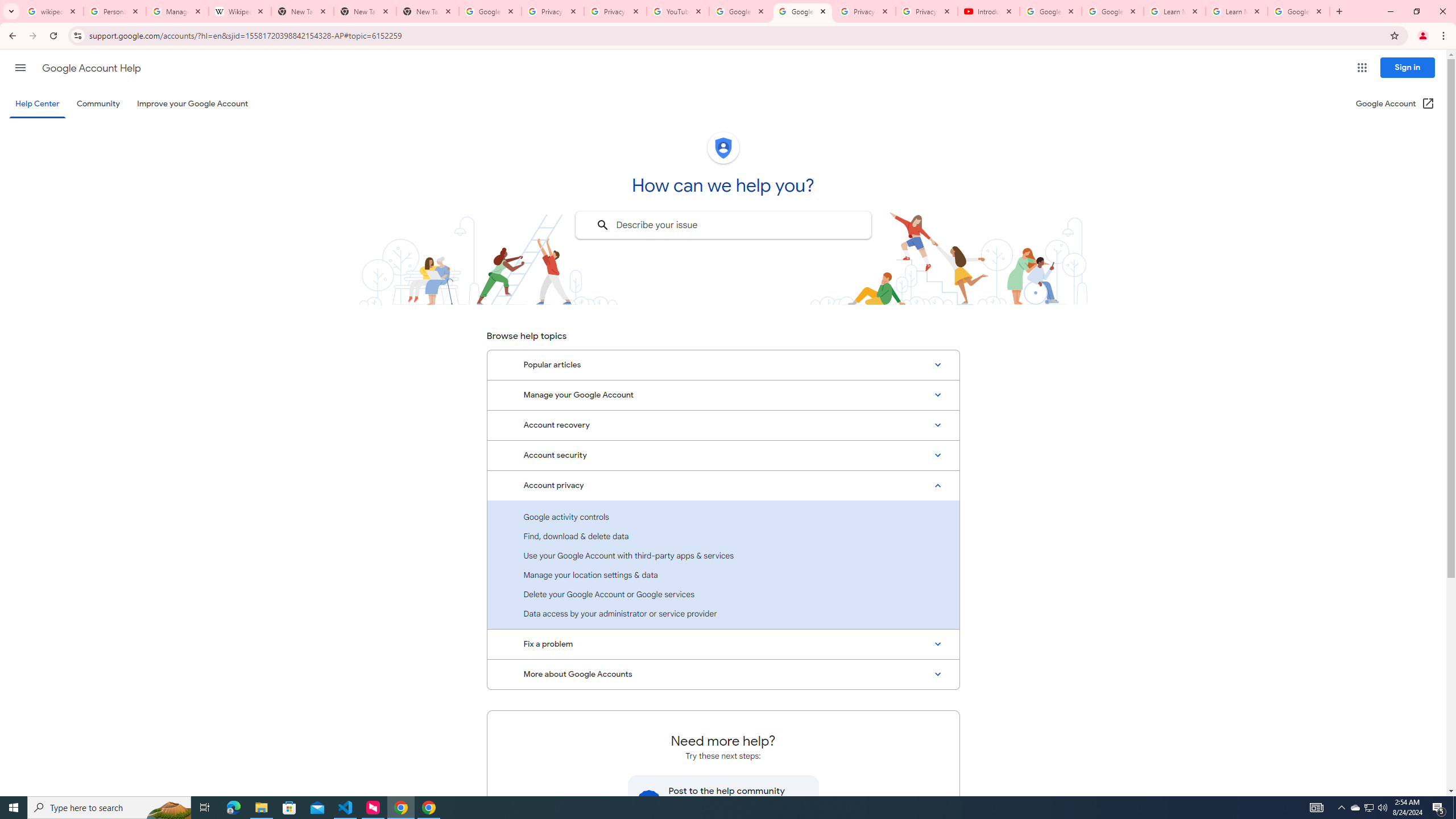  I want to click on 'Data access by your administrator or service provider', so click(723, 614).